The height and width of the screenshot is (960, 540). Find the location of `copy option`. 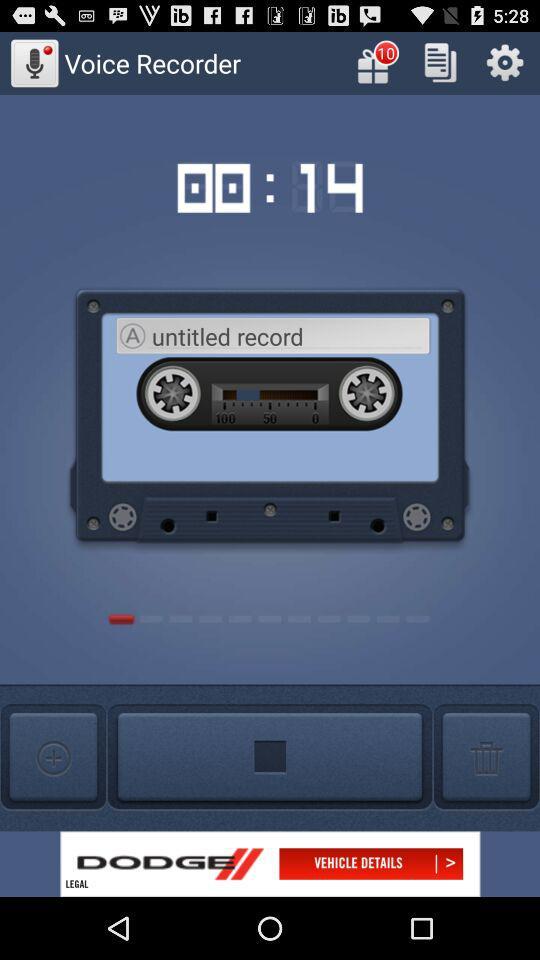

copy option is located at coordinates (440, 62).